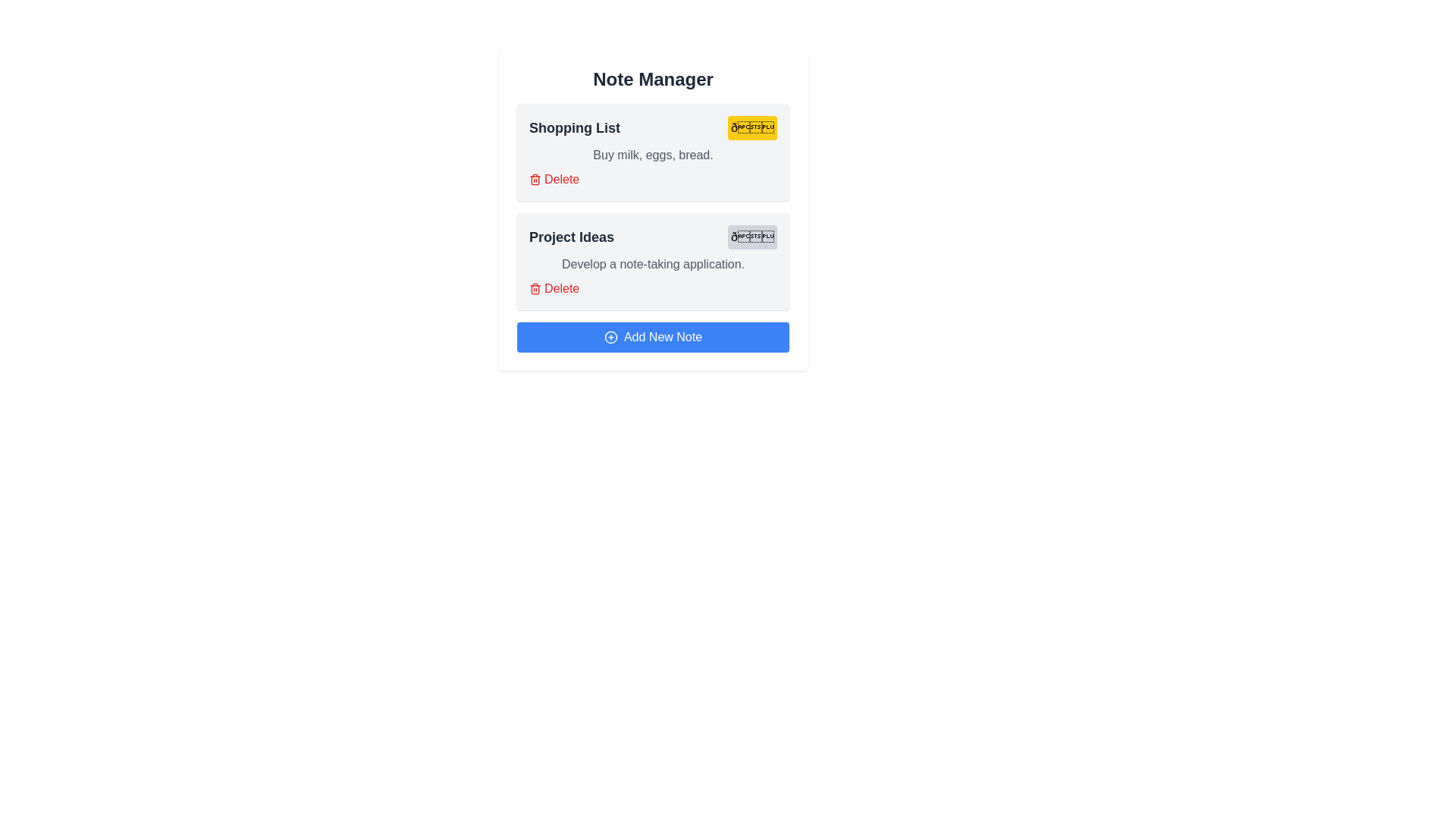  What do you see at coordinates (554, 178) in the screenshot?
I see `delete button for the note titled Shopping List` at bounding box center [554, 178].